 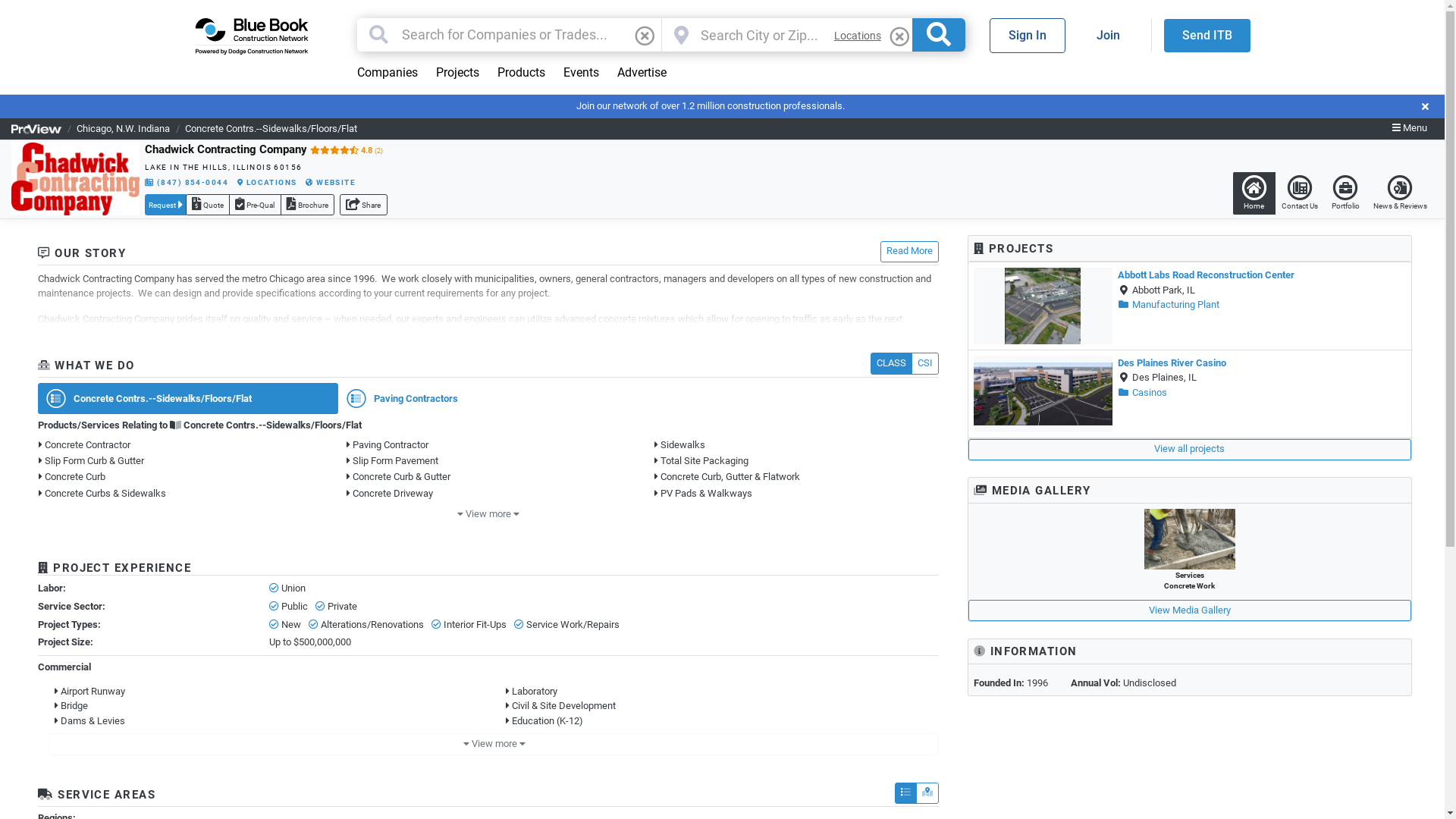 I want to click on 'Products', so click(x=521, y=73).